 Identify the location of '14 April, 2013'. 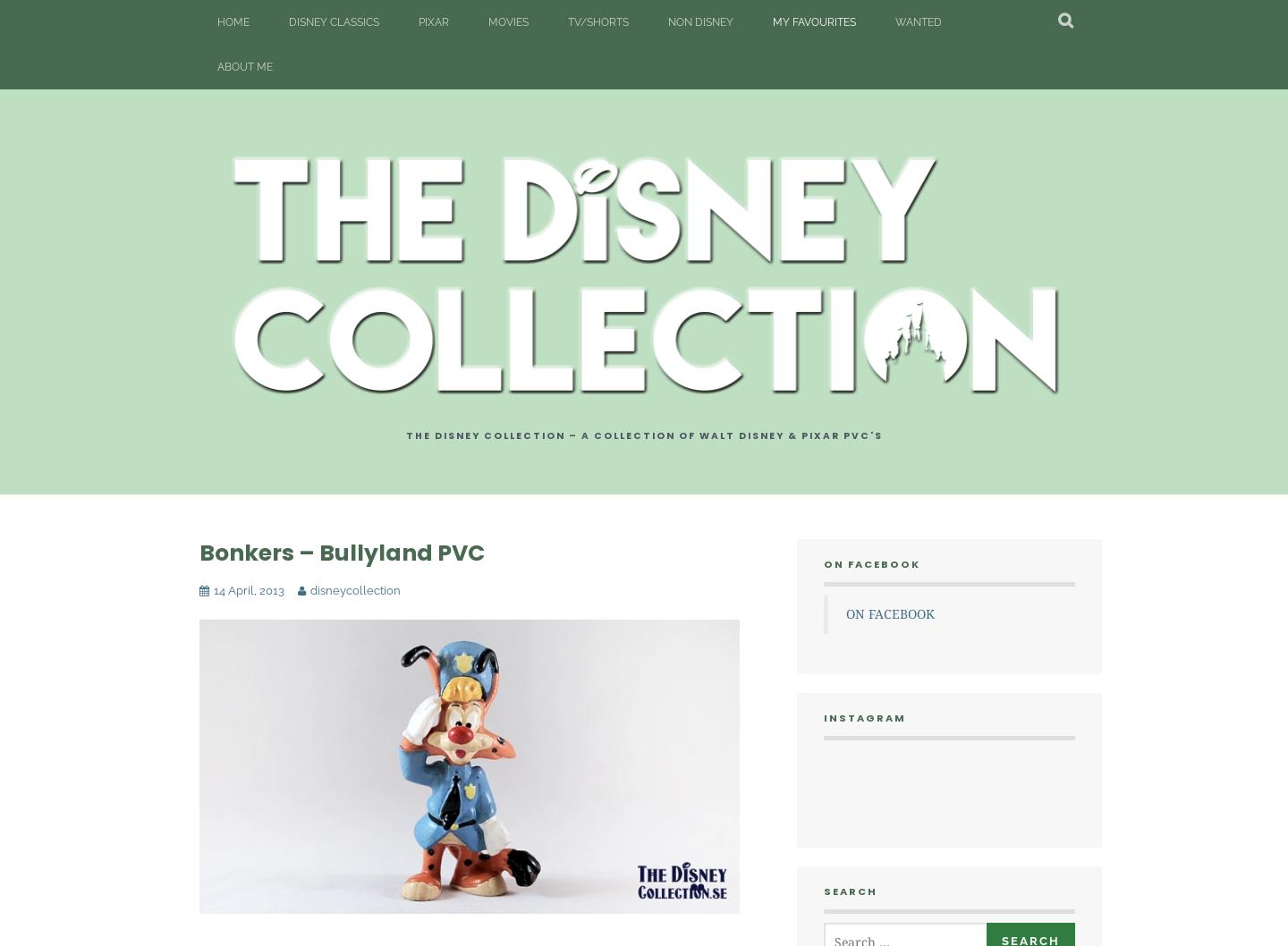
(248, 589).